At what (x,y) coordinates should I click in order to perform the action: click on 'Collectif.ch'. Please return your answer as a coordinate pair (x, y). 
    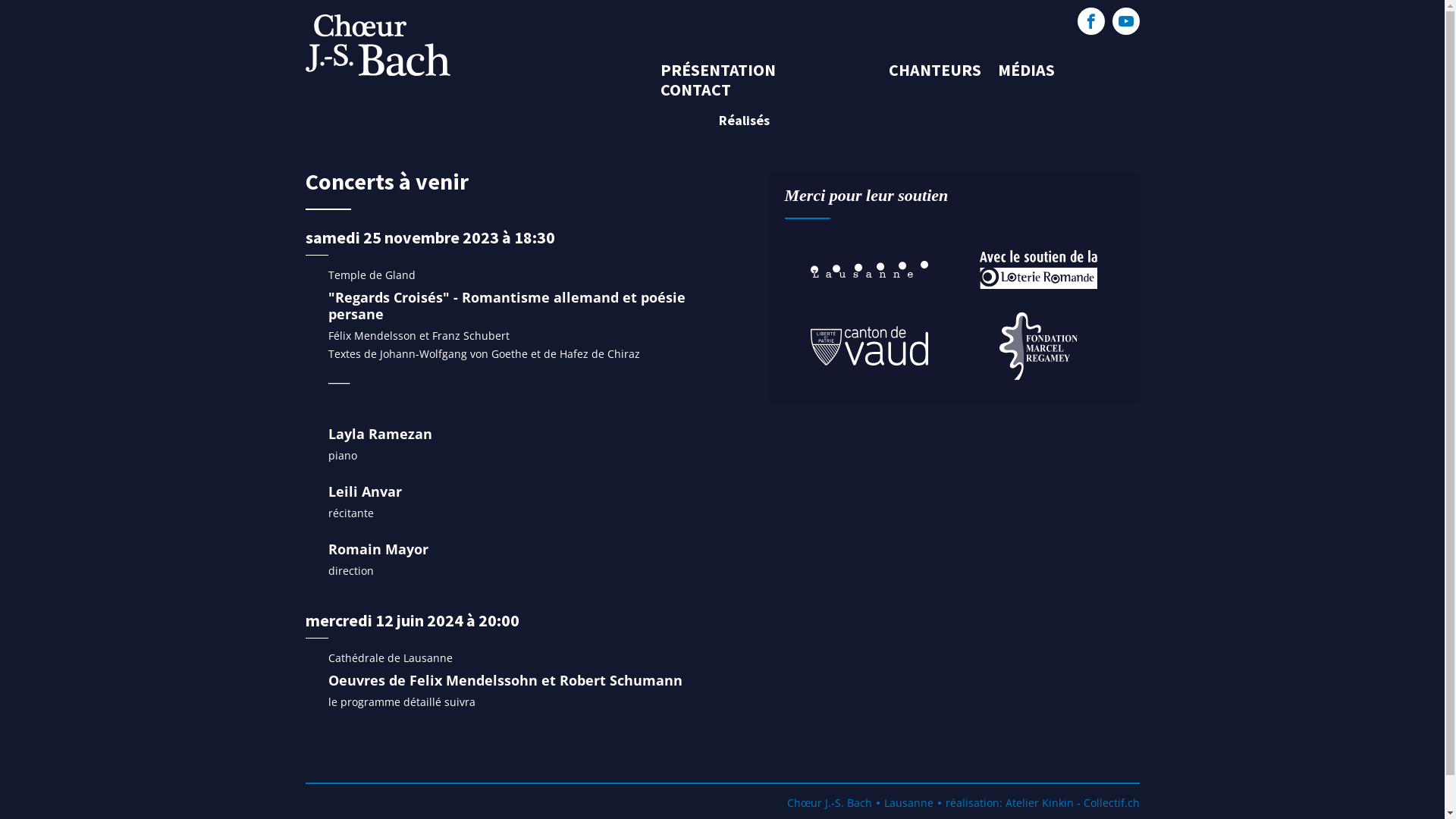
    Looking at the image, I should click on (1110, 802).